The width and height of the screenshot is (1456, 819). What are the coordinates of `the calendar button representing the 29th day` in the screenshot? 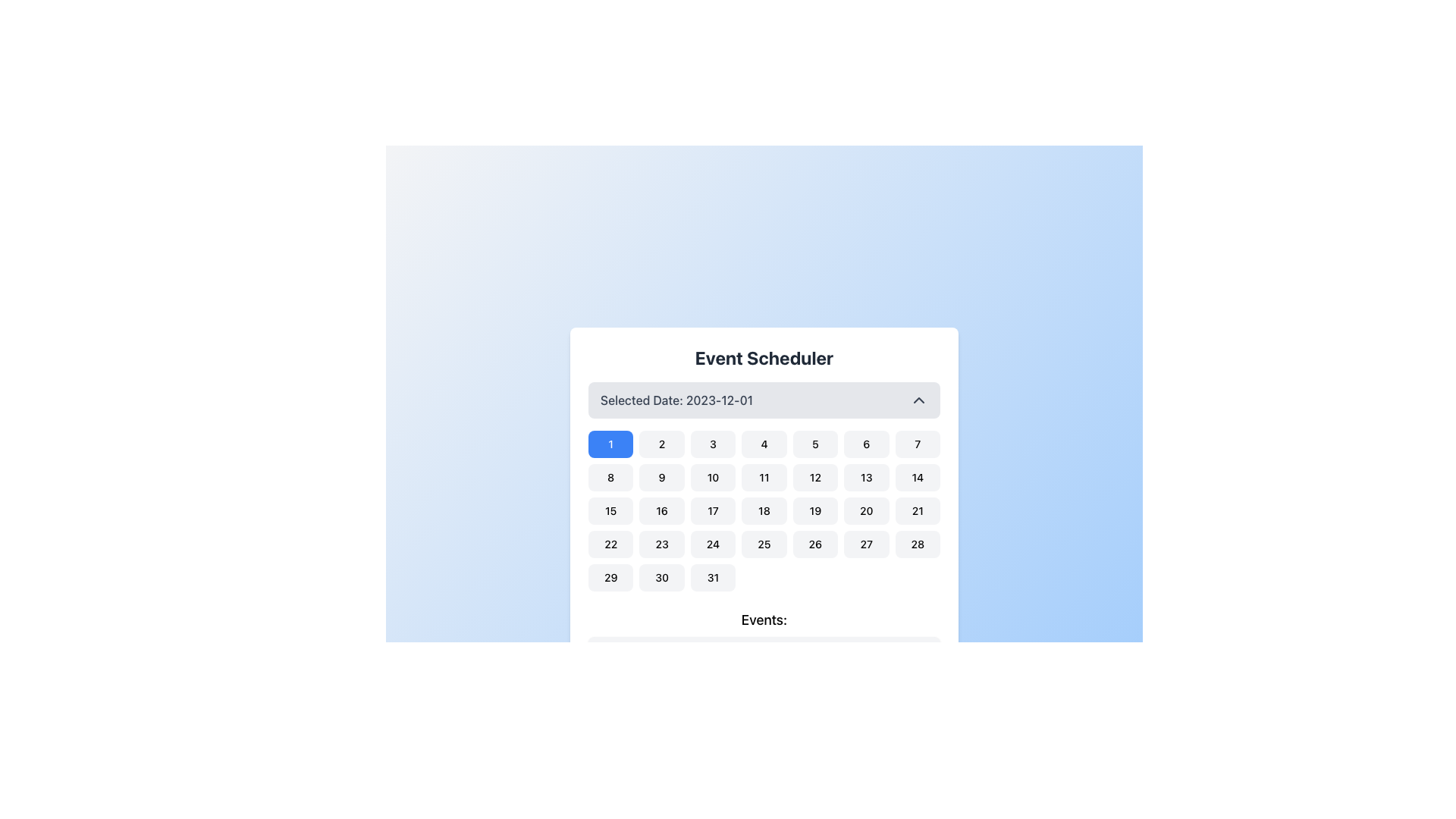 It's located at (610, 578).